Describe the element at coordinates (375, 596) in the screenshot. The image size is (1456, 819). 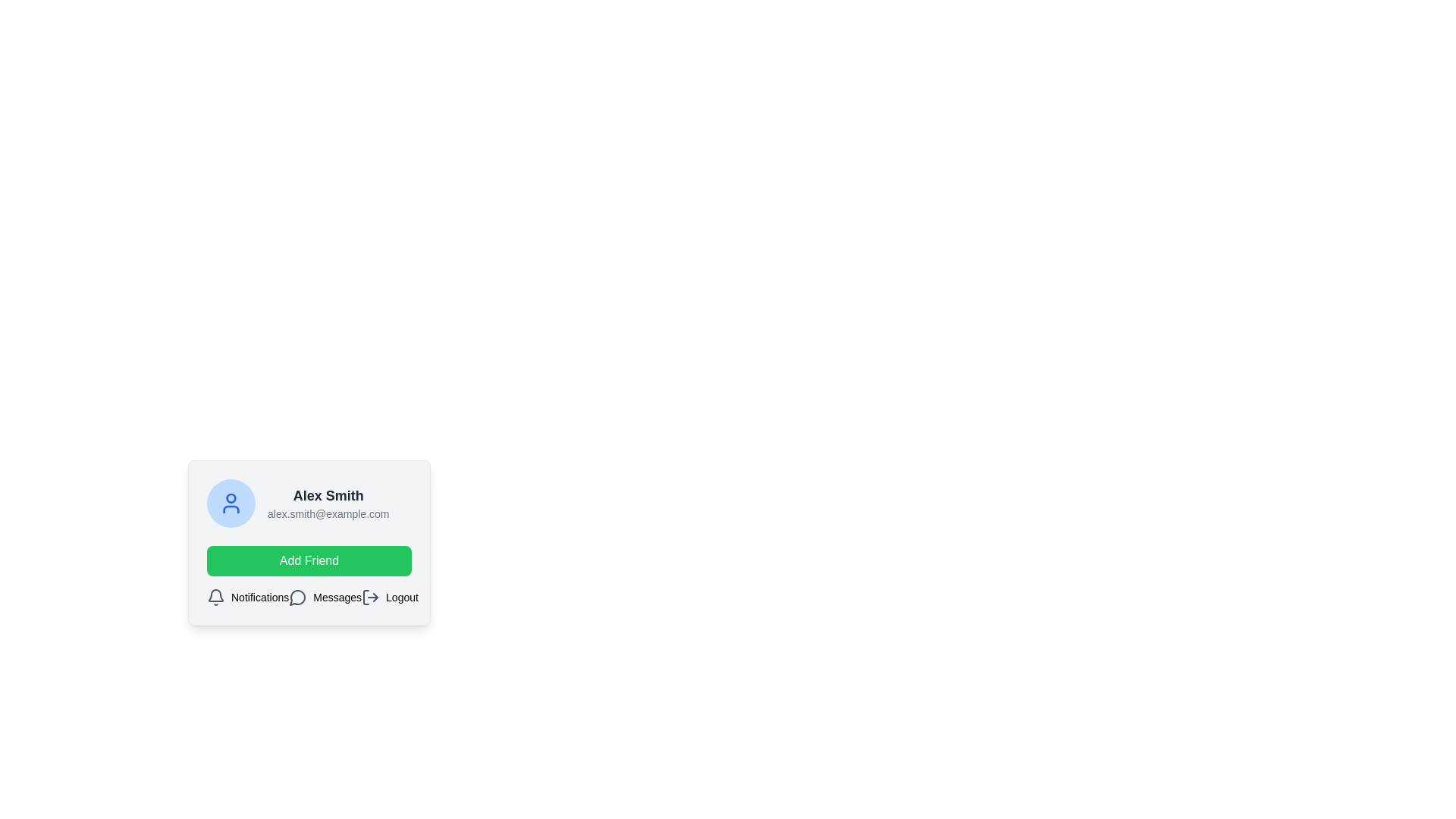
I see `the directional arrow element that is part of the logout button located at the bottom-right corner of the user card interface` at that location.